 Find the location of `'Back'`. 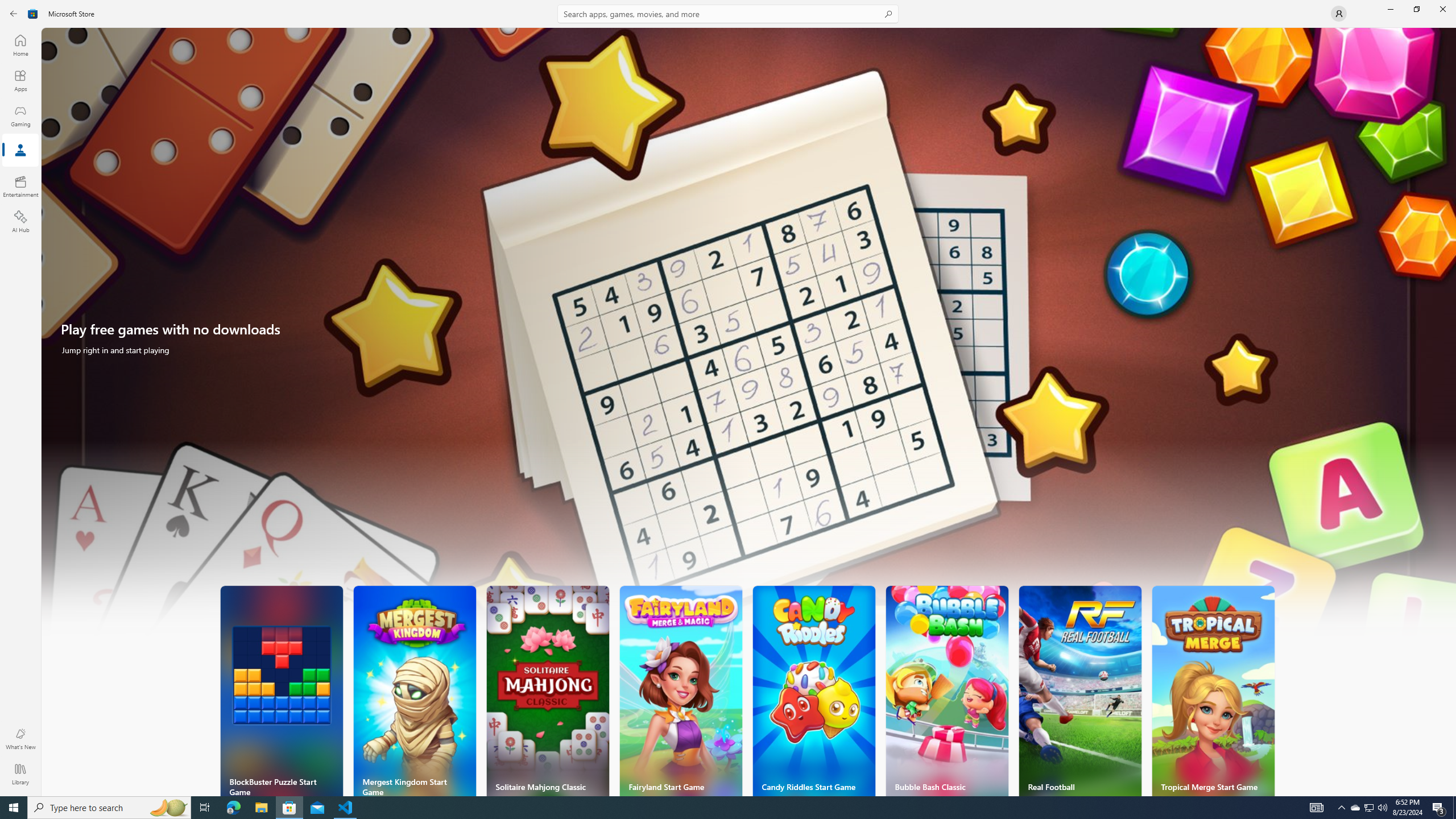

'Back' is located at coordinates (14, 13).